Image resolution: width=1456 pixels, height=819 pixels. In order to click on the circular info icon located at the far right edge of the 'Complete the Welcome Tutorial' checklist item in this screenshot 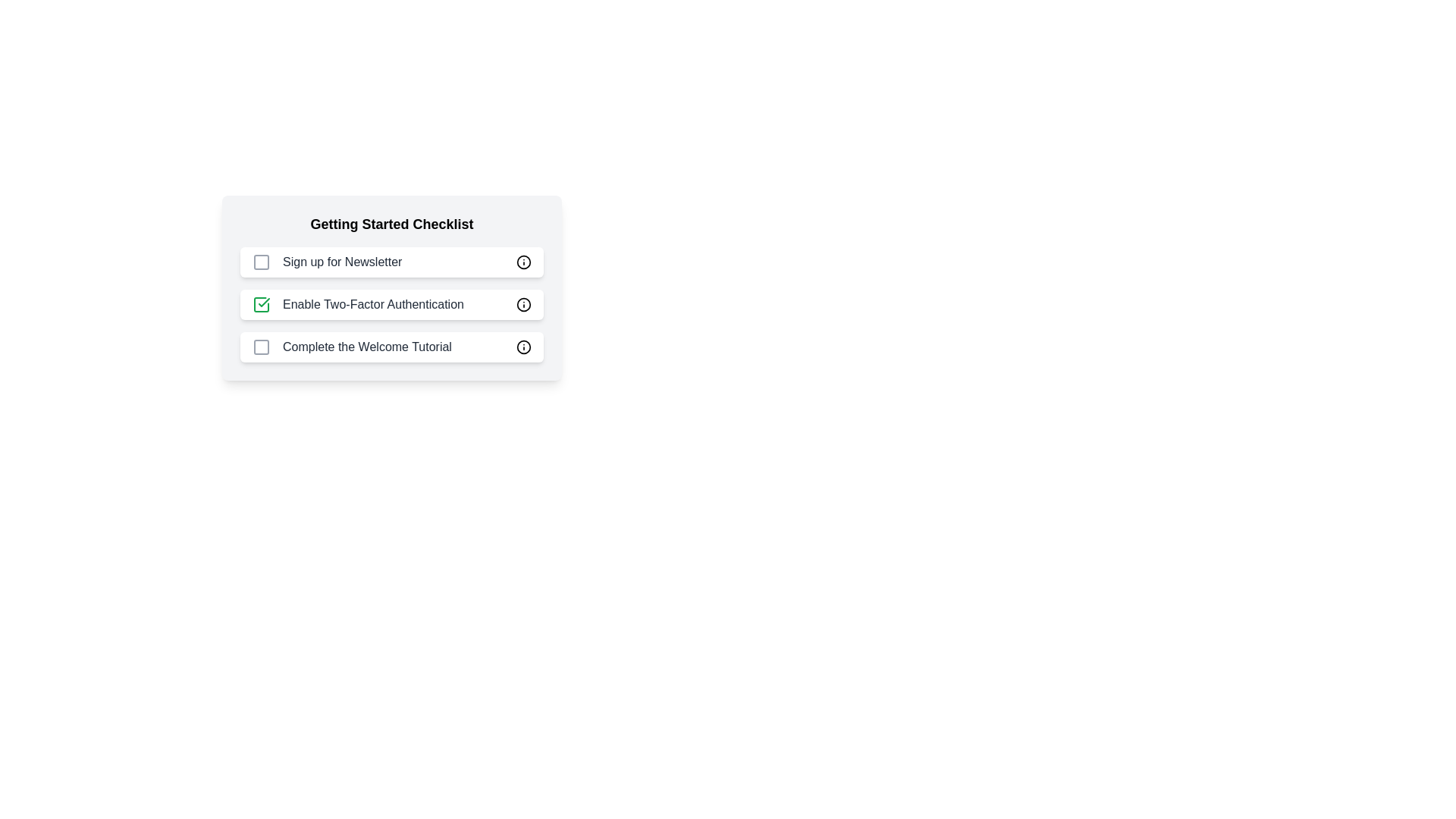, I will do `click(524, 347)`.